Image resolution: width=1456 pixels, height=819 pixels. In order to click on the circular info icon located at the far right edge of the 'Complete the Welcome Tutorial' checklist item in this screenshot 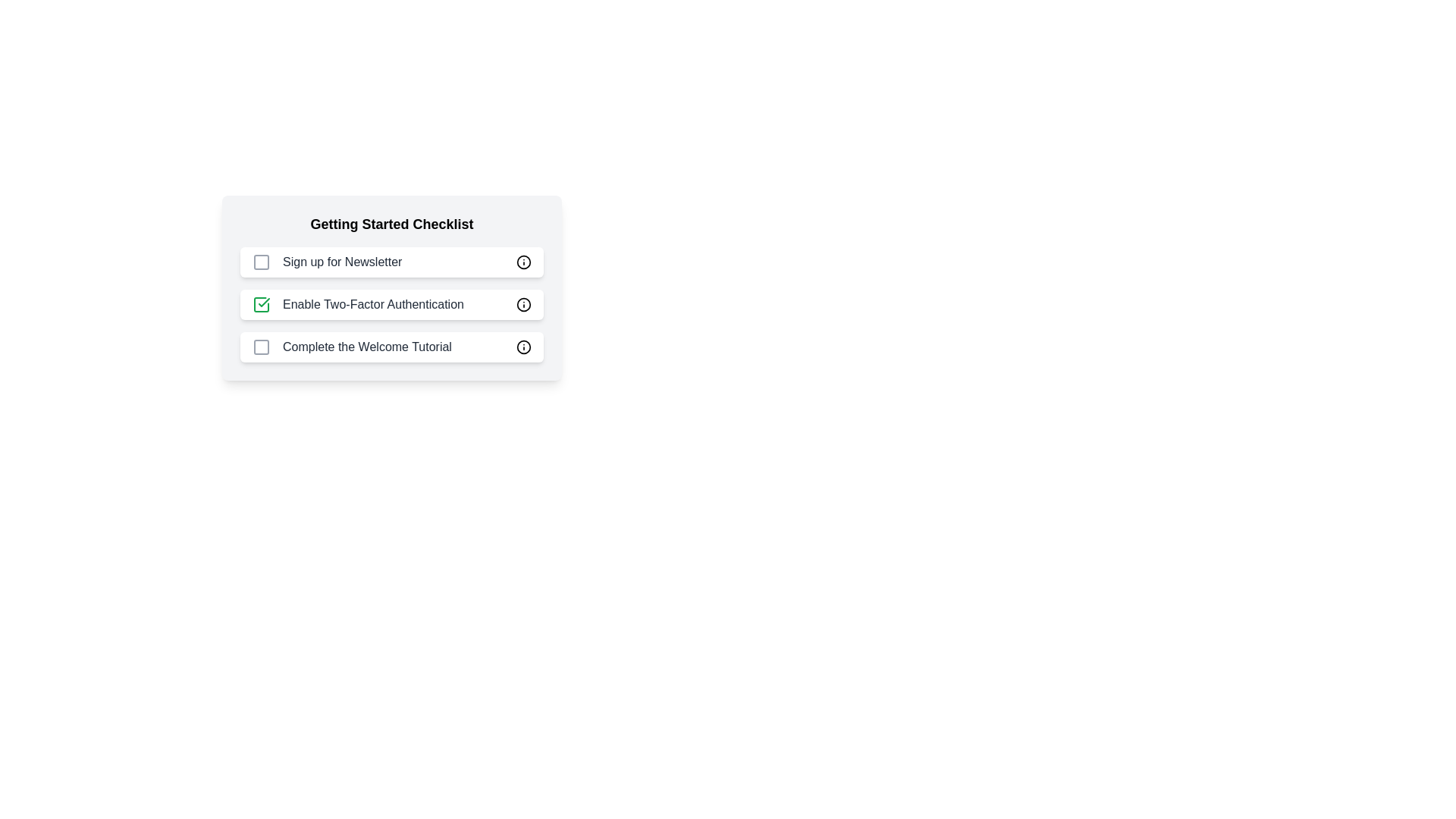, I will do `click(524, 347)`.